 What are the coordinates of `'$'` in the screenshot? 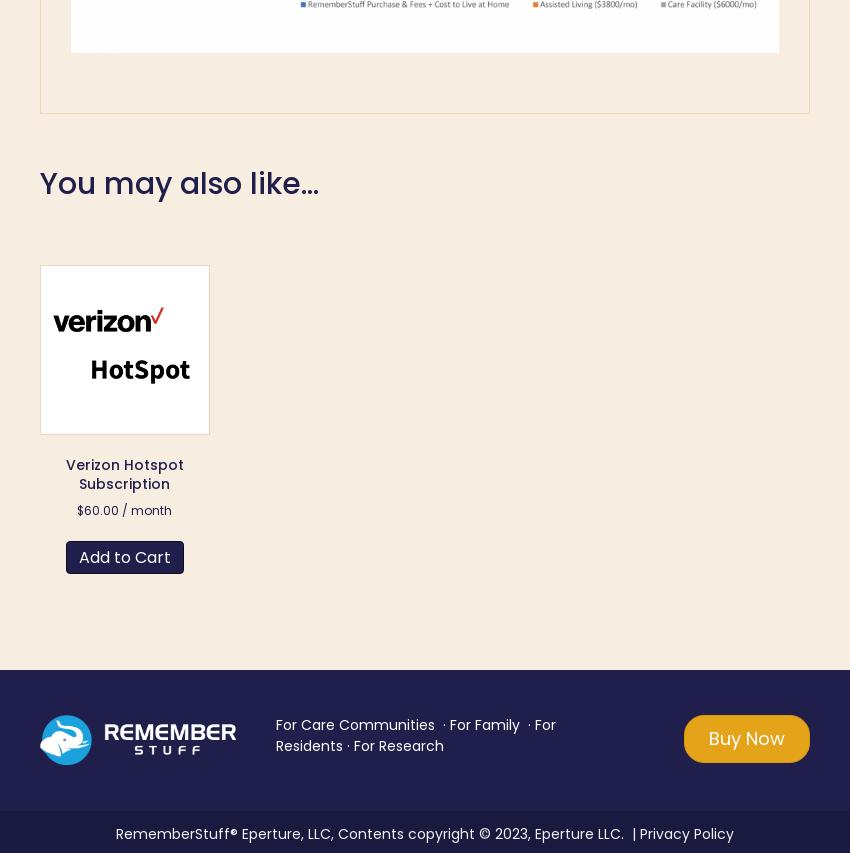 It's located at (80, 509).